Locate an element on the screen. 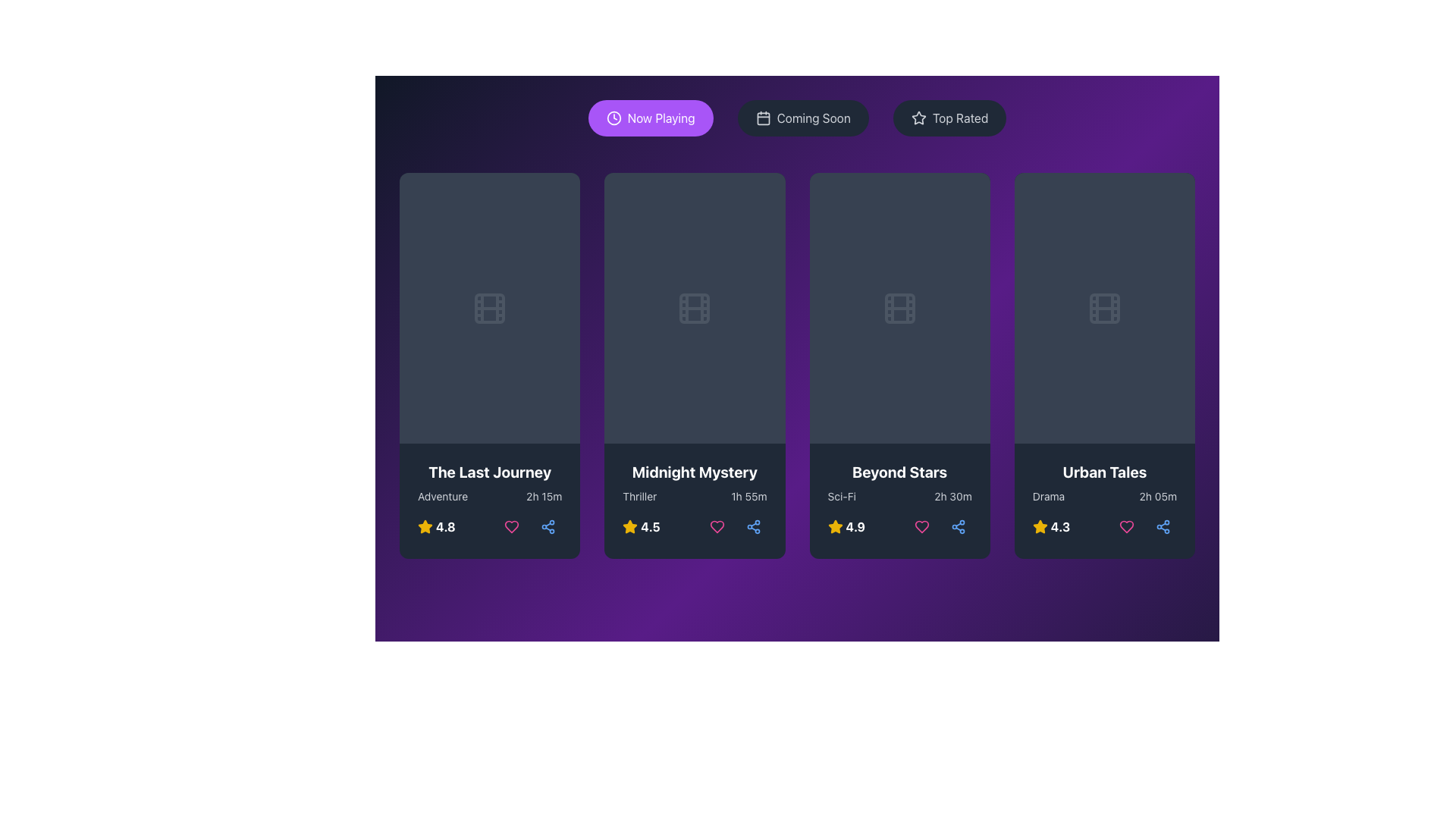  the heart icon used for marking content as liked in the third movie card titled 'Beyond Stars' is located at coordinates (921, 526).